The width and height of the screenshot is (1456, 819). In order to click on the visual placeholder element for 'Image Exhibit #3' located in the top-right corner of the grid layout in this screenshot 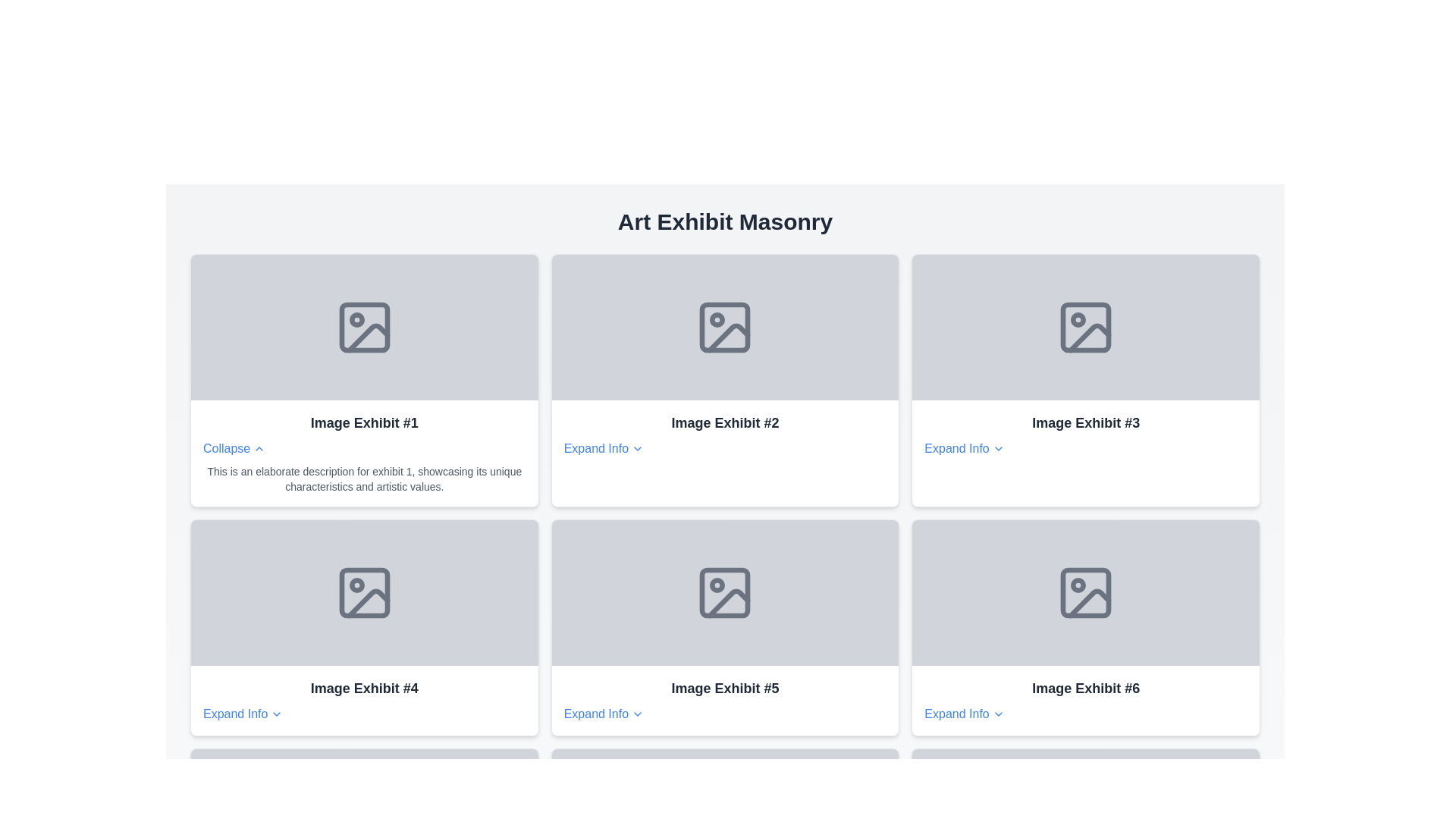, I will do `click(1085, 327)`.